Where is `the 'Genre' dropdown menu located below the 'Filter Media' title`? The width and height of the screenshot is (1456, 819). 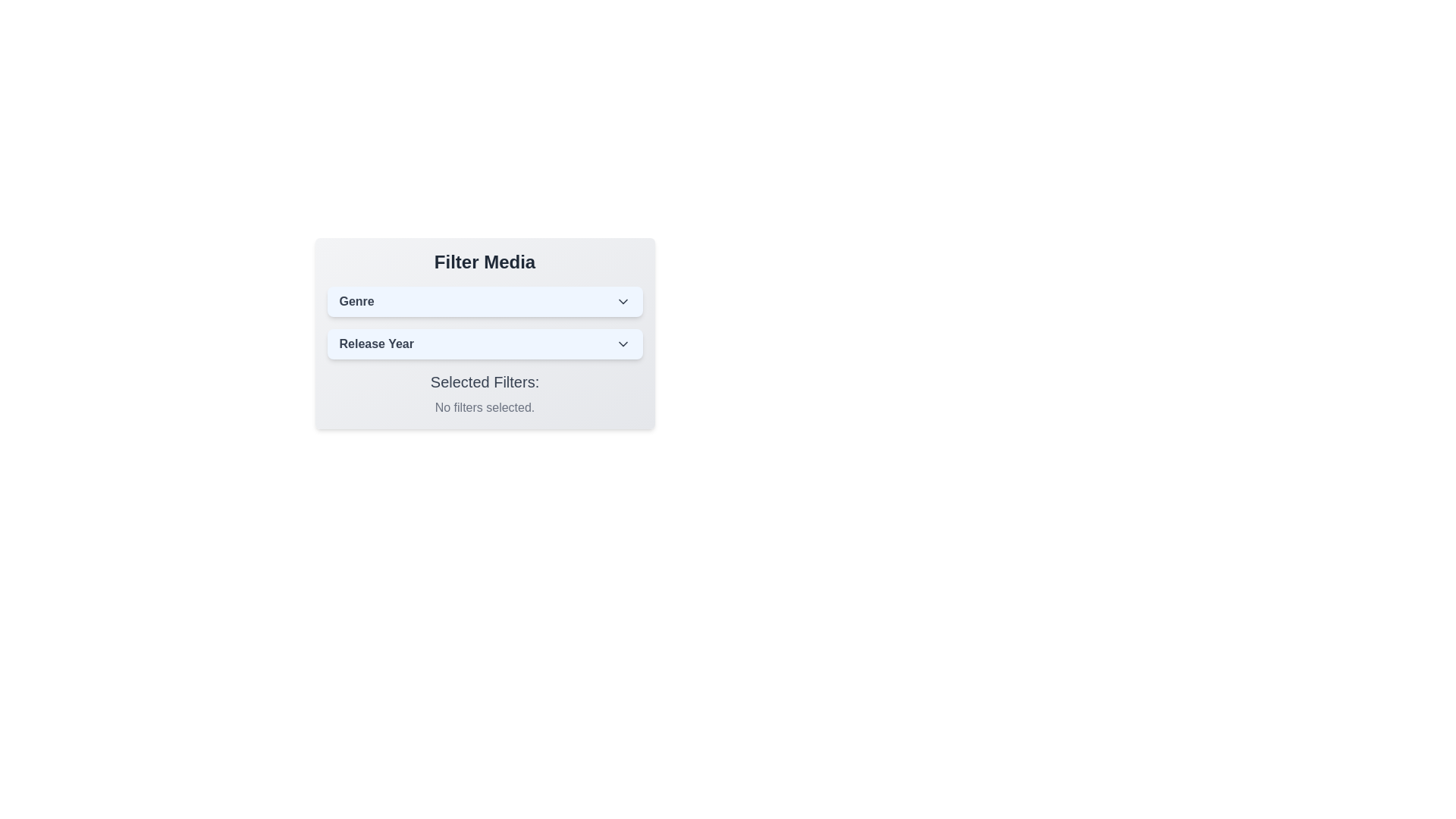 the 'Genre' dropdown menu located below the 'Filter Media' title is located at coordinates (484, 301).